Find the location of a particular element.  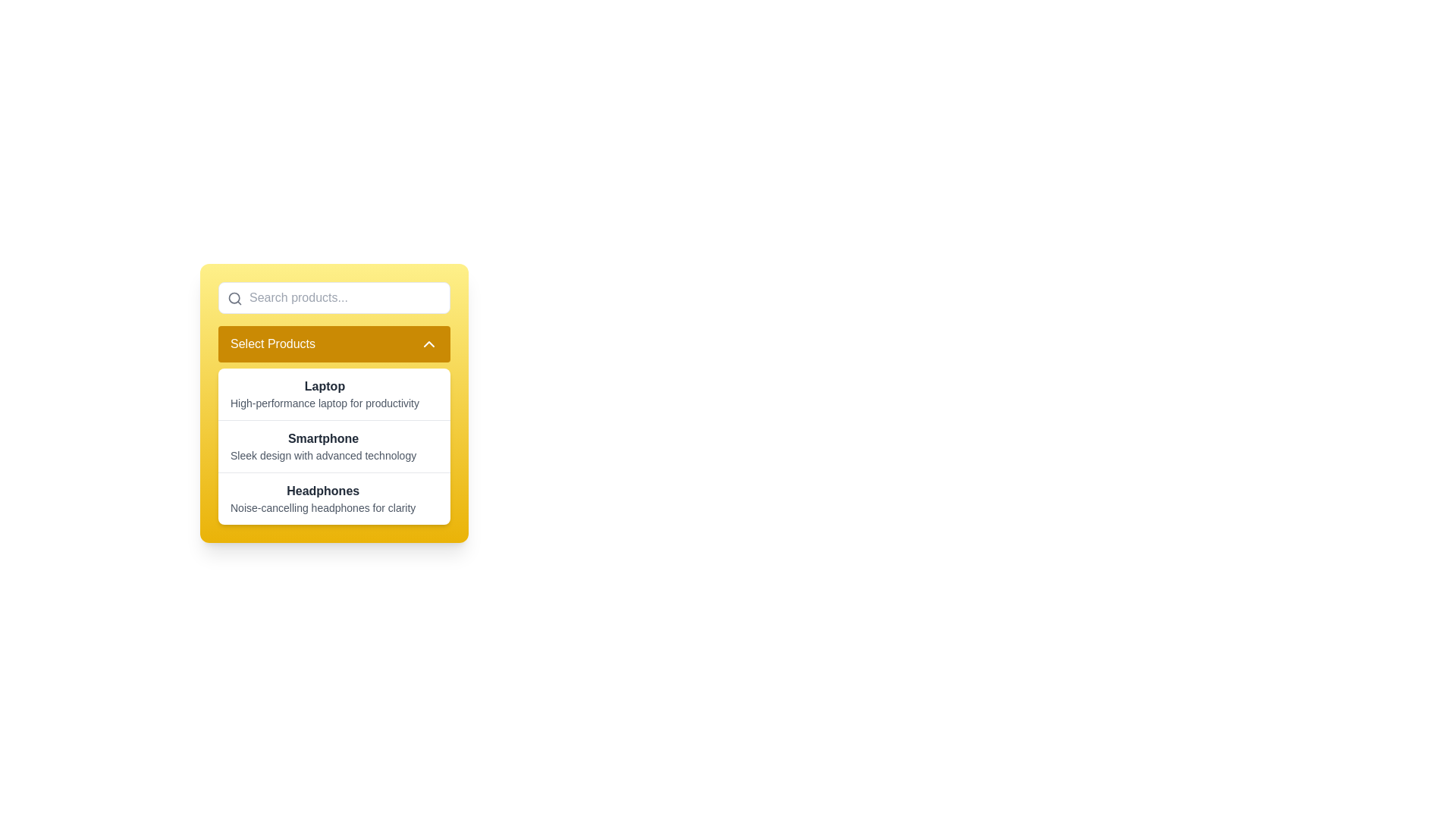

the small gray search icon resembling a magnifying glass located on the left side of the search bar input field is located at coordinates (234, 298).